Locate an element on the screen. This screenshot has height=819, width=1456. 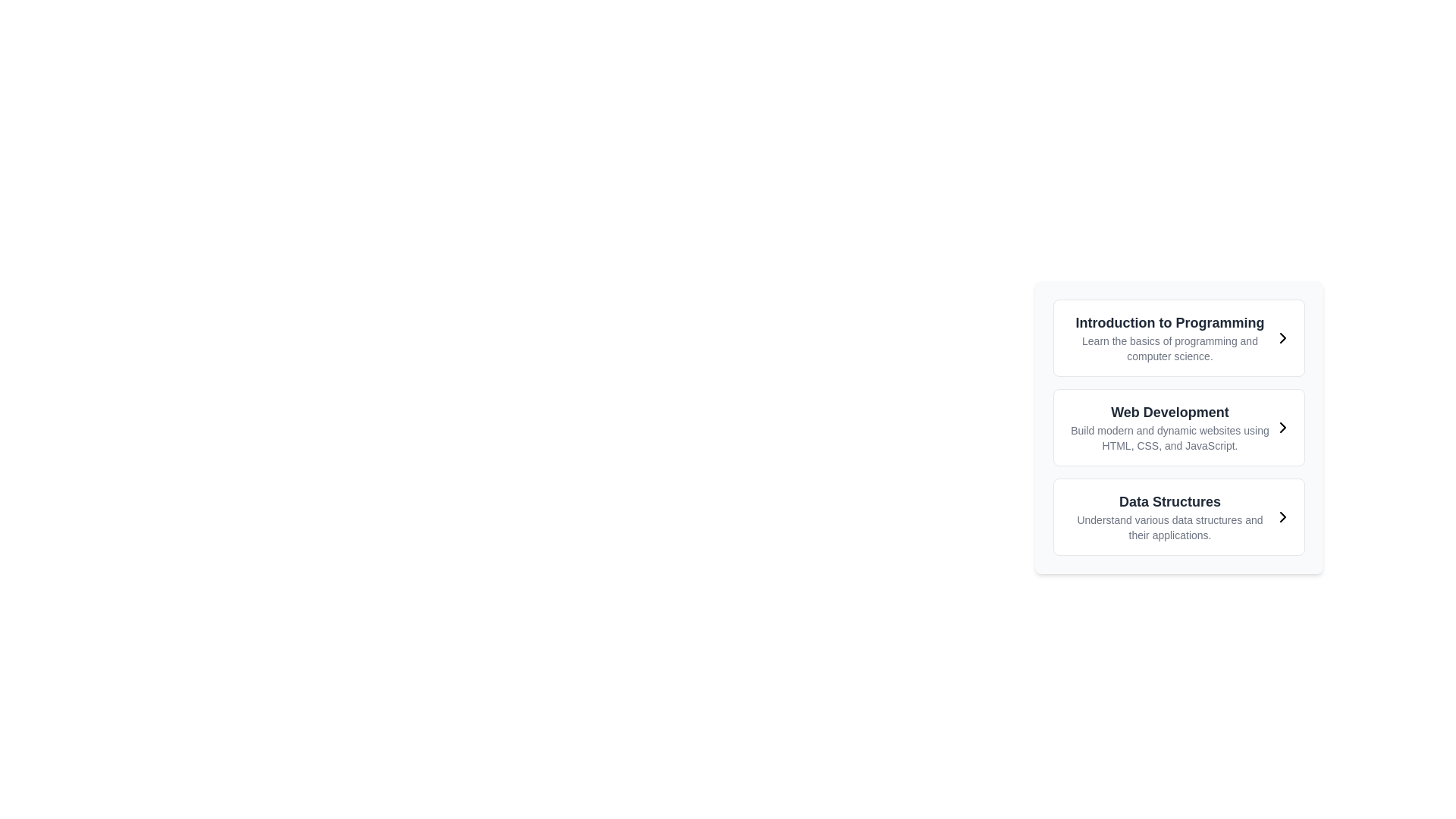
text component that contains the sentence 'Understand various data structures and their applications.' located directly beneath the heading 'Data Structures' in the third card of the vertically stacked list is located at coordinates (1169, 526).